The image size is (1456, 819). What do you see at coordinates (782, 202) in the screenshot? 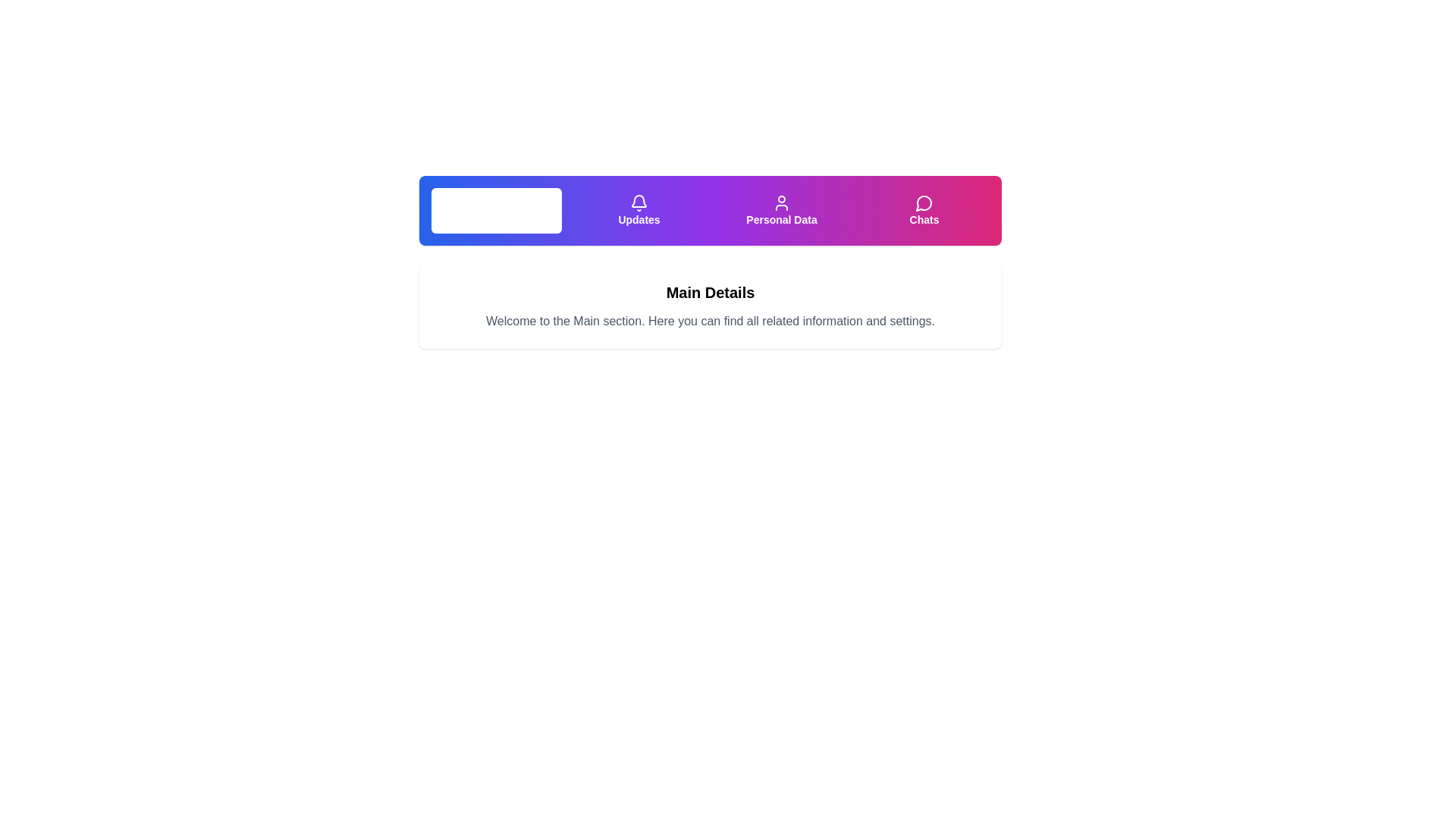
I see `the user icon representing a profile or account, which is depicted as a white stylized outline on a purple background, located in the 'Personal Data' section of the navigation bar` at bounding box center [782, 202].